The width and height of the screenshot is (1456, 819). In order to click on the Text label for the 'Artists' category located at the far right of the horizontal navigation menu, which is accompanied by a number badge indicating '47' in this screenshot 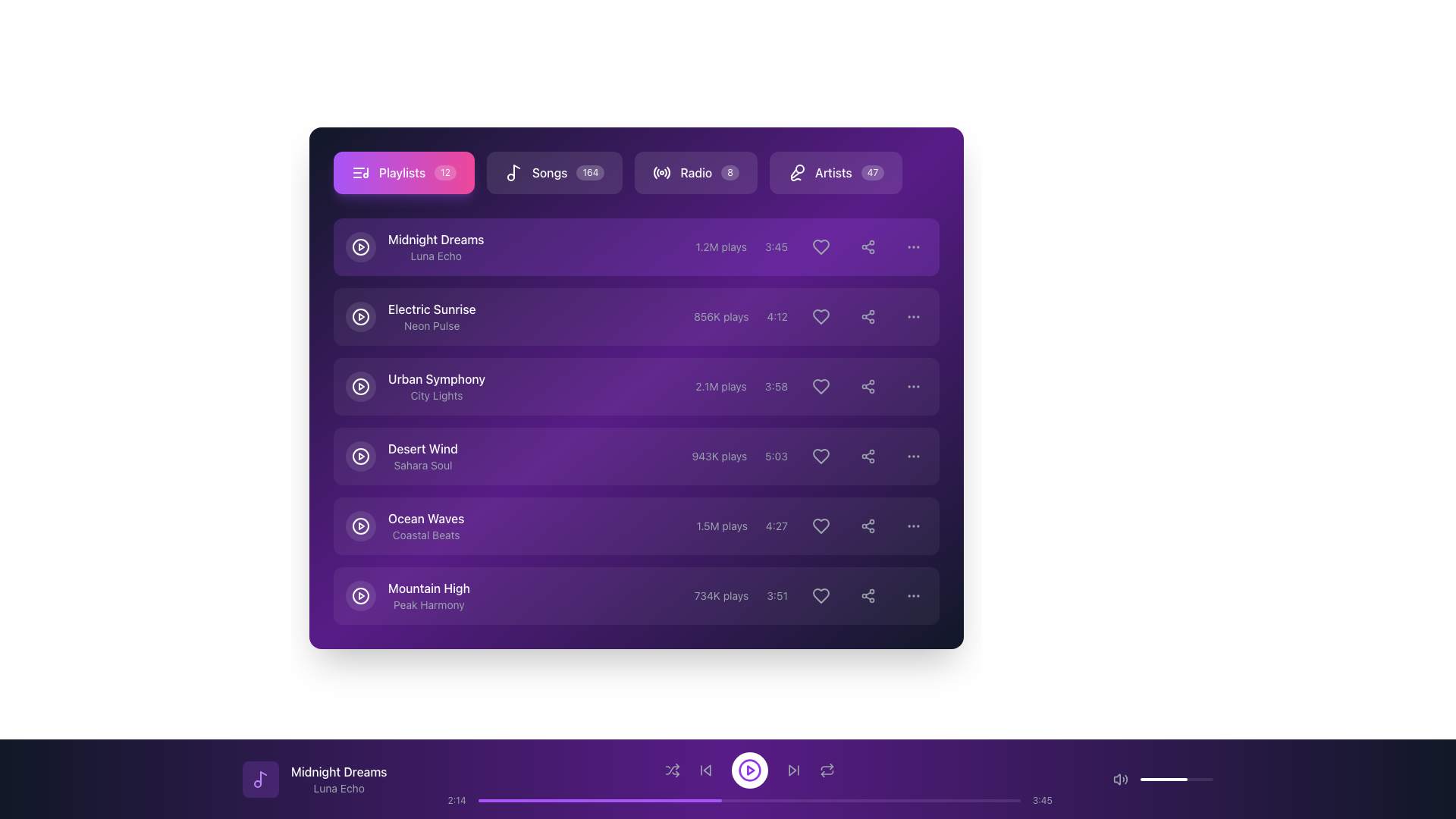, I will do `click(833, 171)`.